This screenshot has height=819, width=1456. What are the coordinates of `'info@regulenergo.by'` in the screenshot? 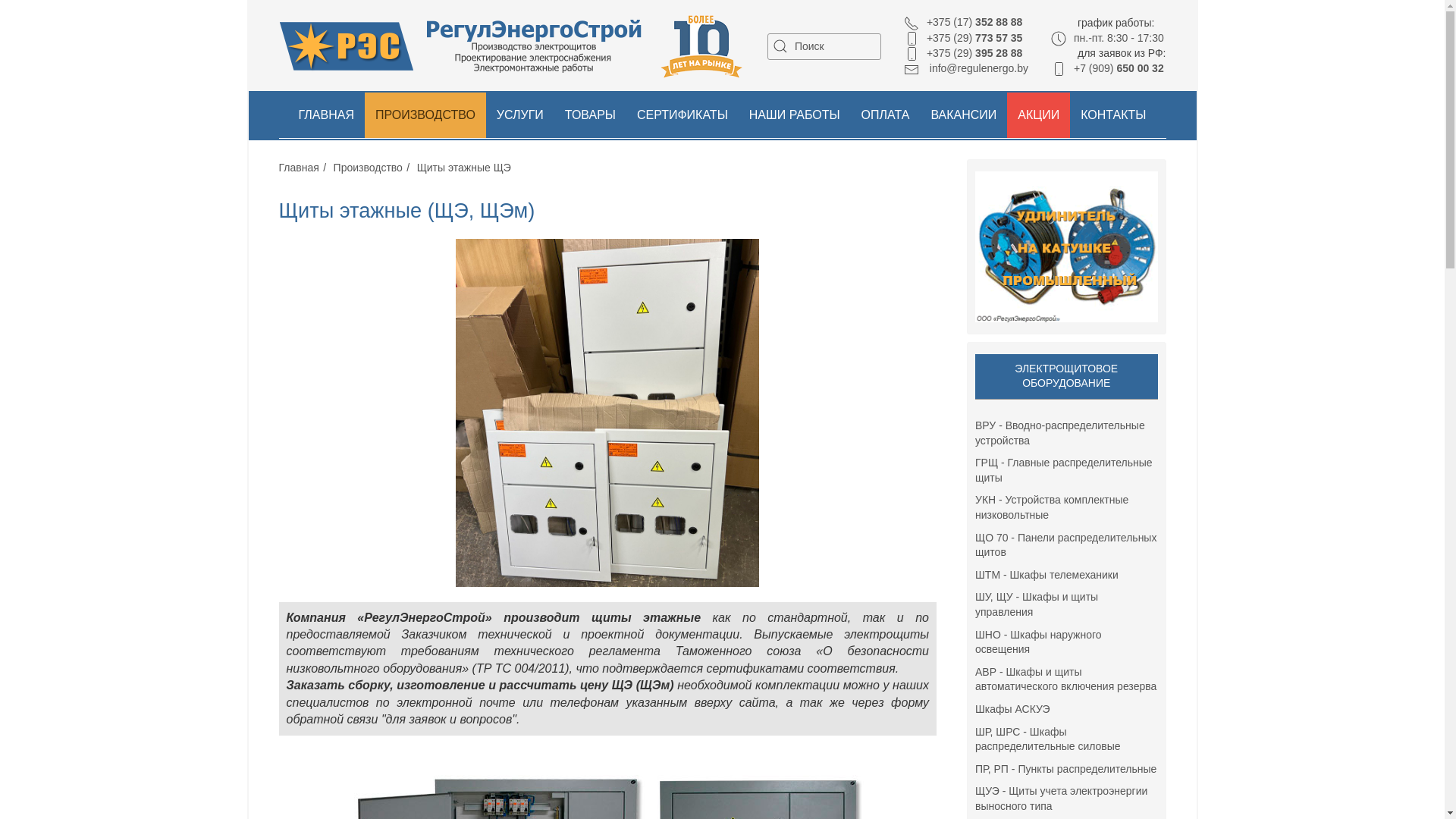 It's located at (965, 67).